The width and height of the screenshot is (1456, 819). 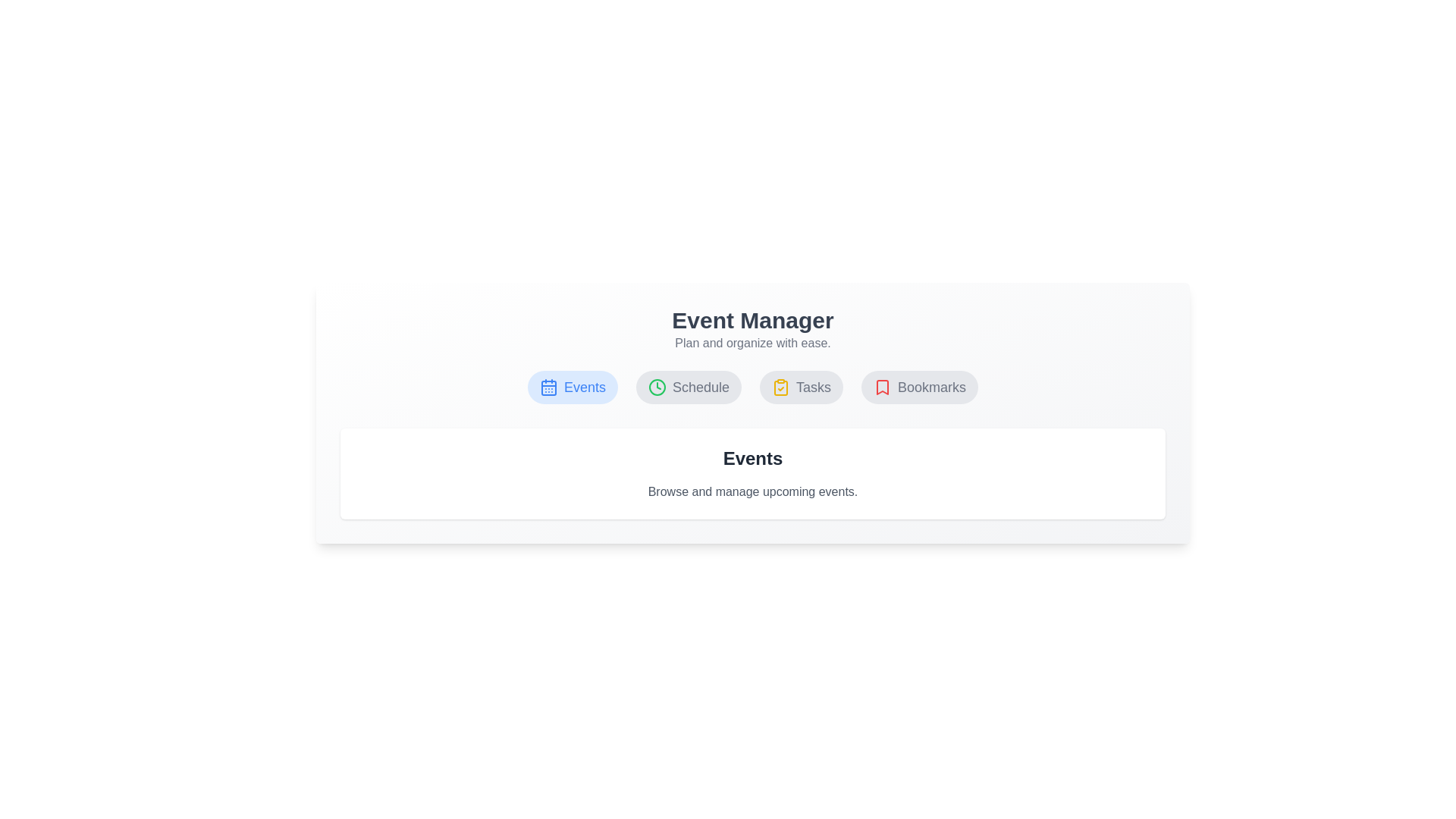 I want to click on the tab labeled Schedule, so click(x=687, y=386).